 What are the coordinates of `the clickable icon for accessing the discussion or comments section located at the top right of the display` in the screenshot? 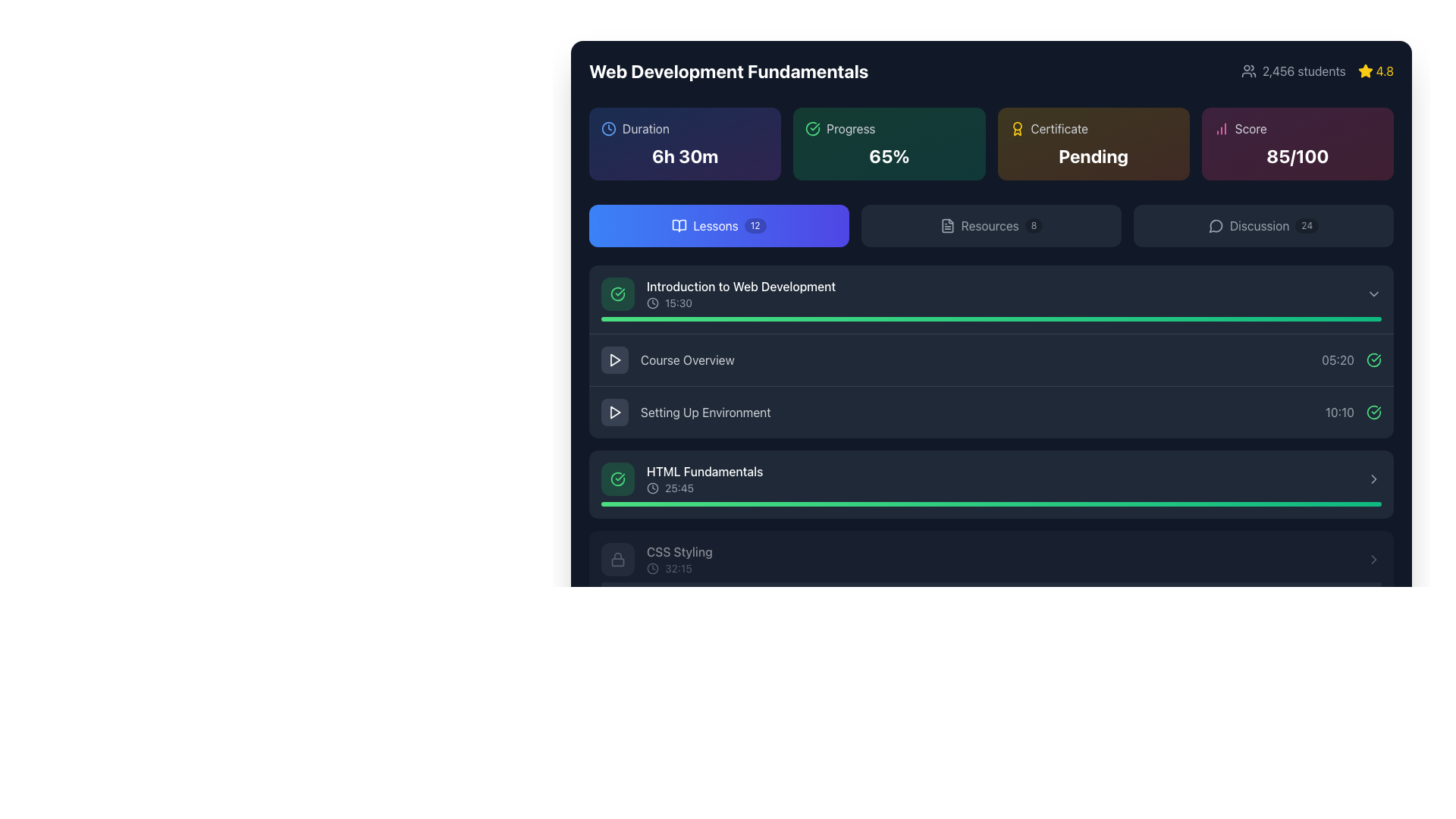 It's located at (1216, 226).